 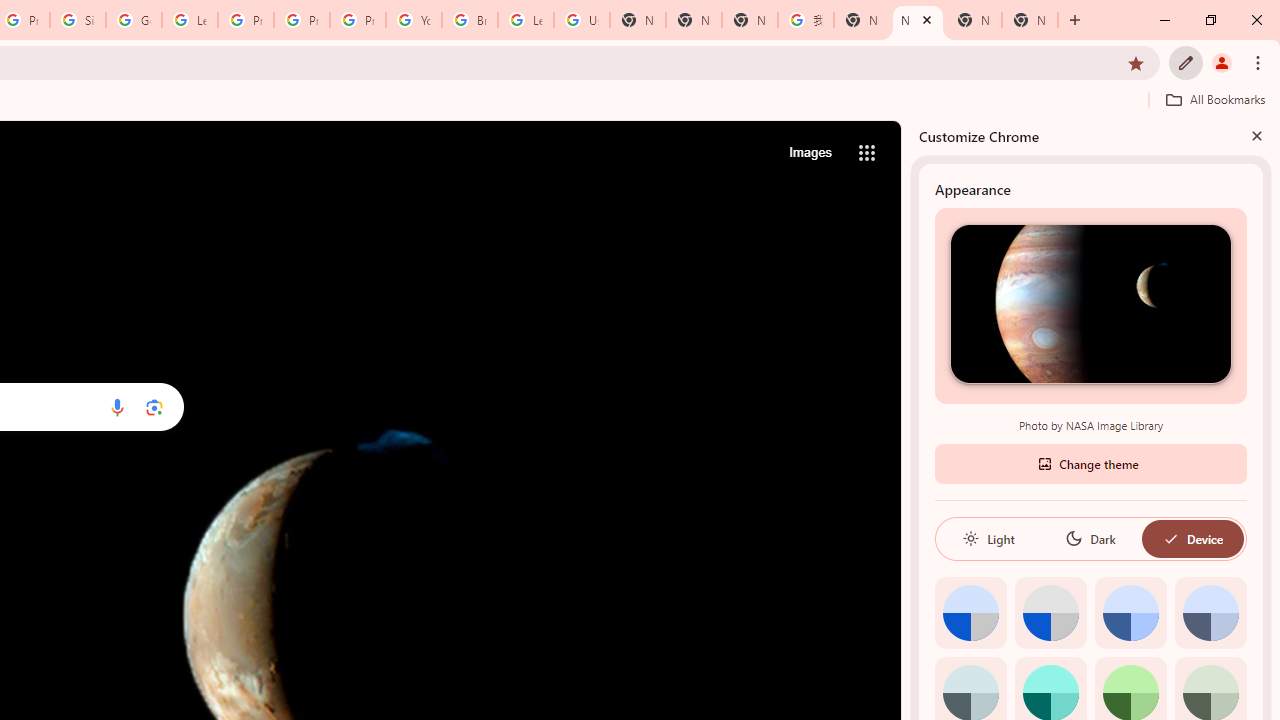 I want to click on 'Light', so click(x=988, y=537).